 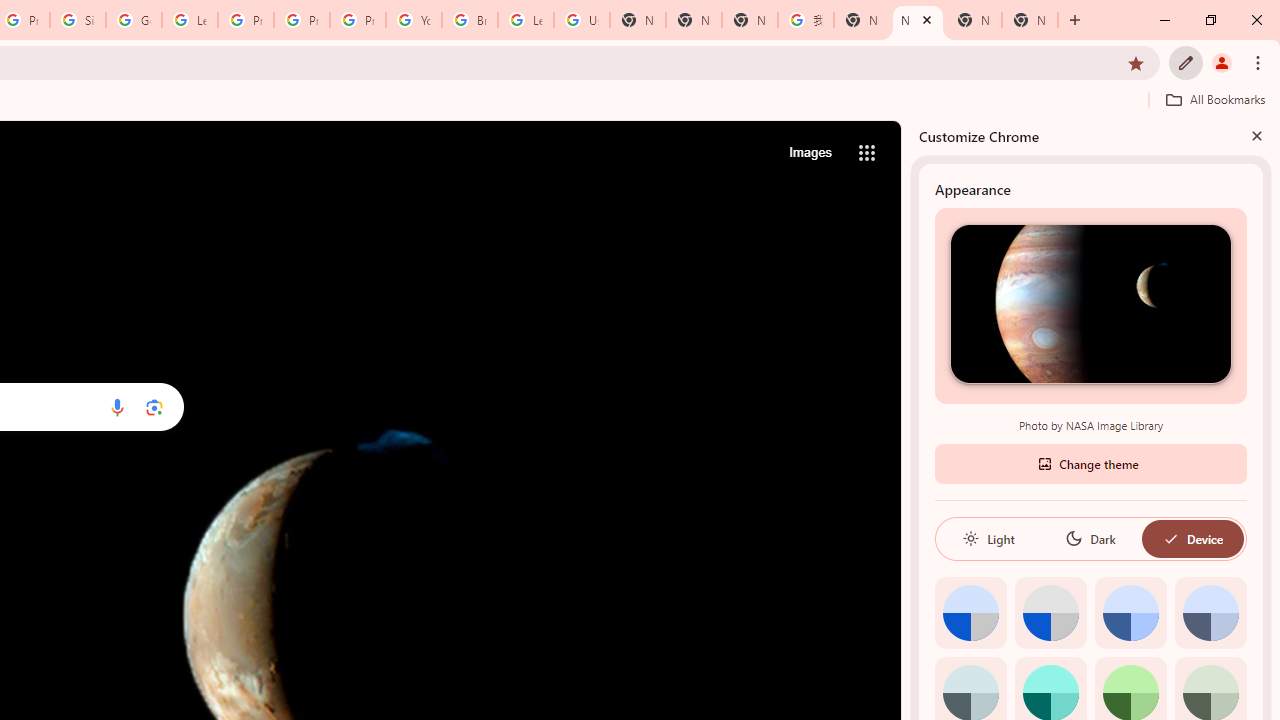 I want to click on 'Light', so click(x=988, y=537).